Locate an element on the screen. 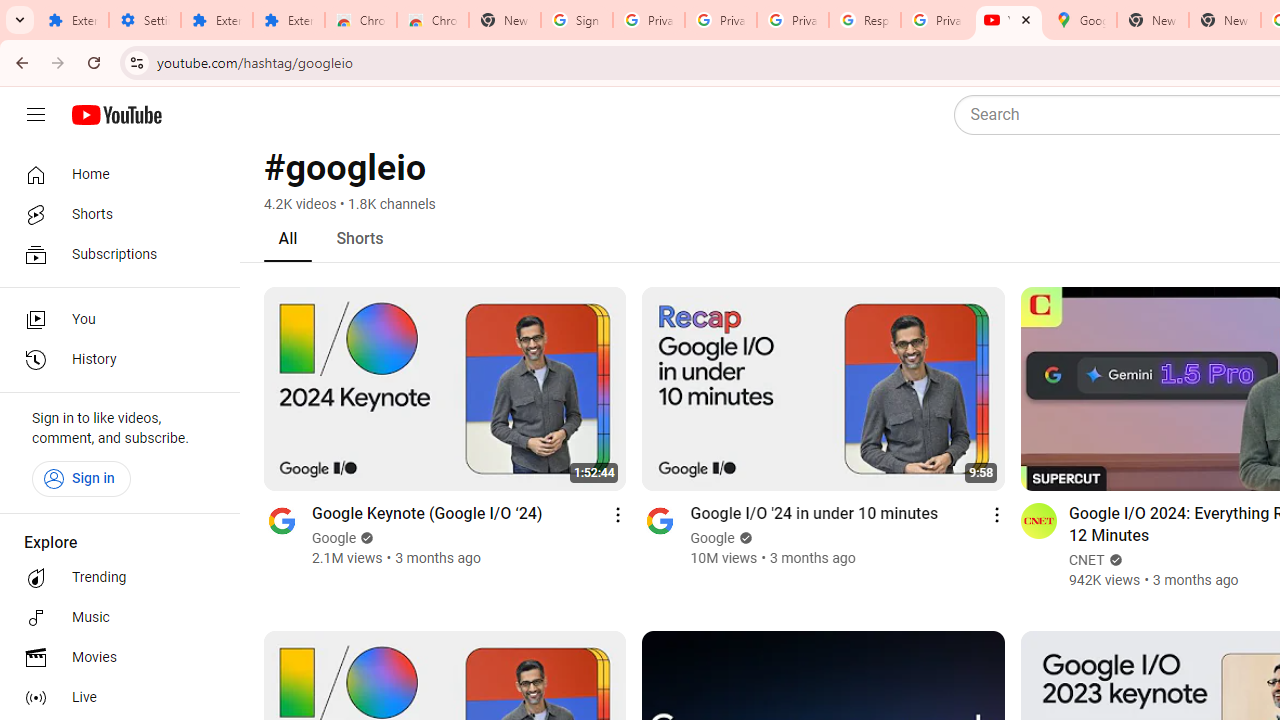  'Shorts' is located at coordinates (359, 238).